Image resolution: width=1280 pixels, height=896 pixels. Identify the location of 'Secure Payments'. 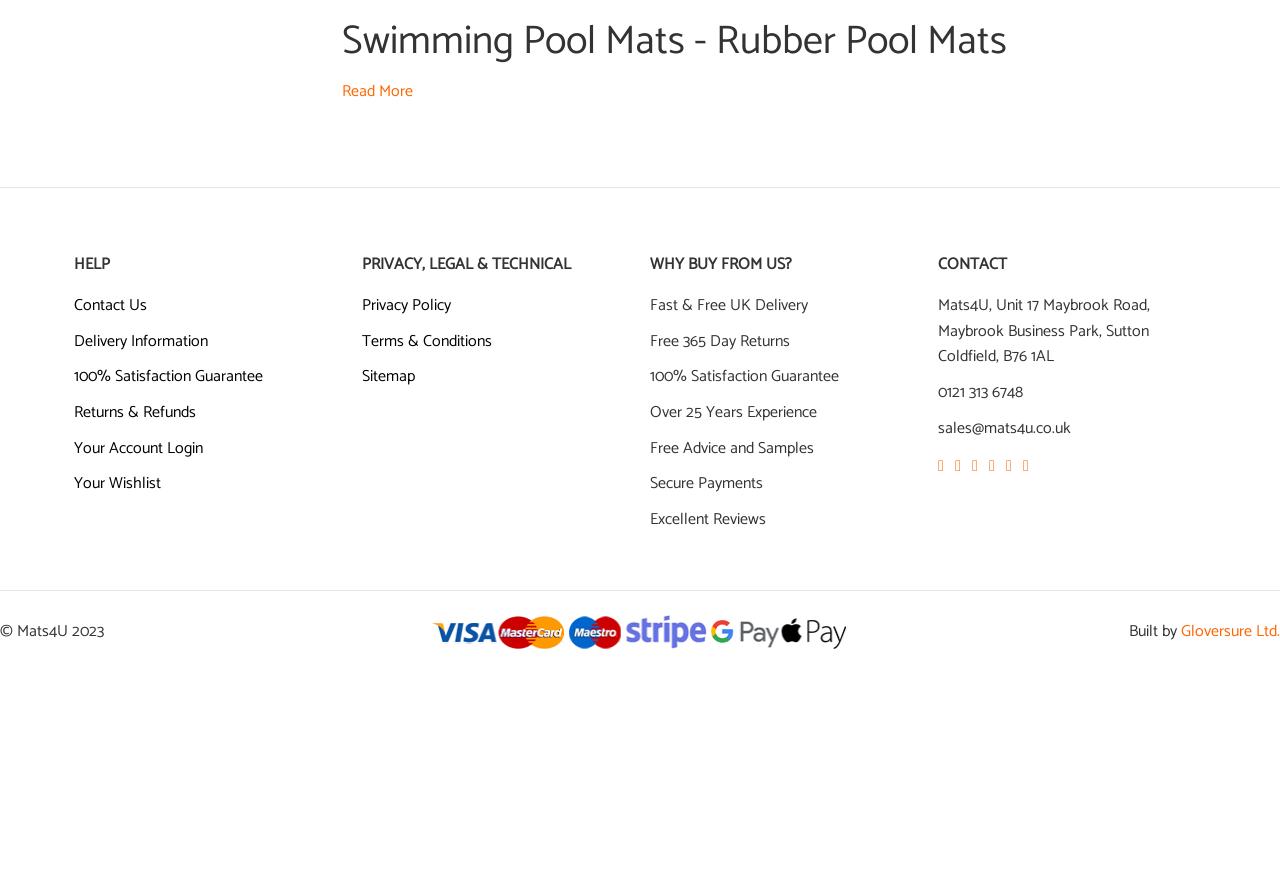
(649, 483).